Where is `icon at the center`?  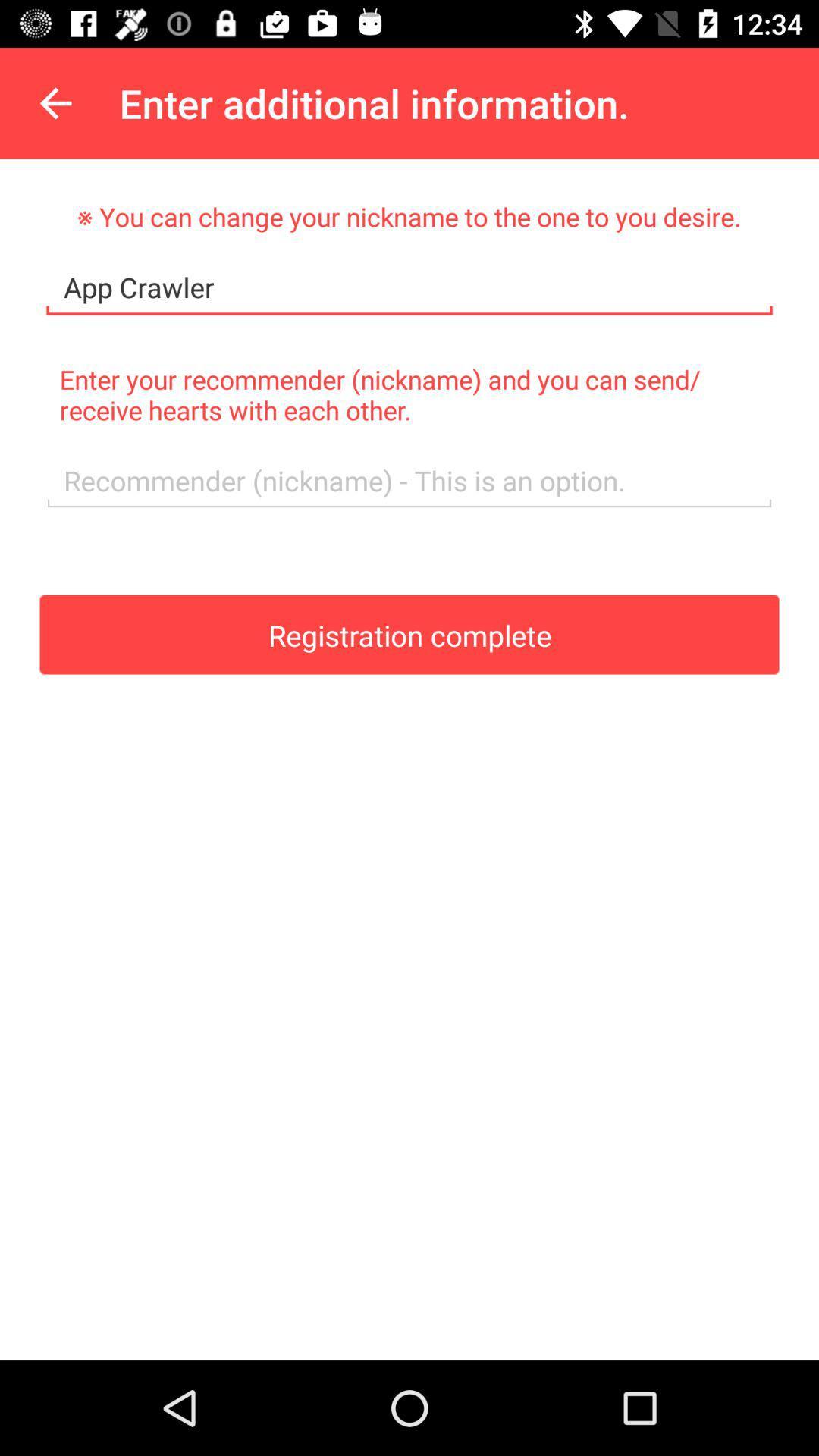
icon at the center is located at coordinates (409, 634).